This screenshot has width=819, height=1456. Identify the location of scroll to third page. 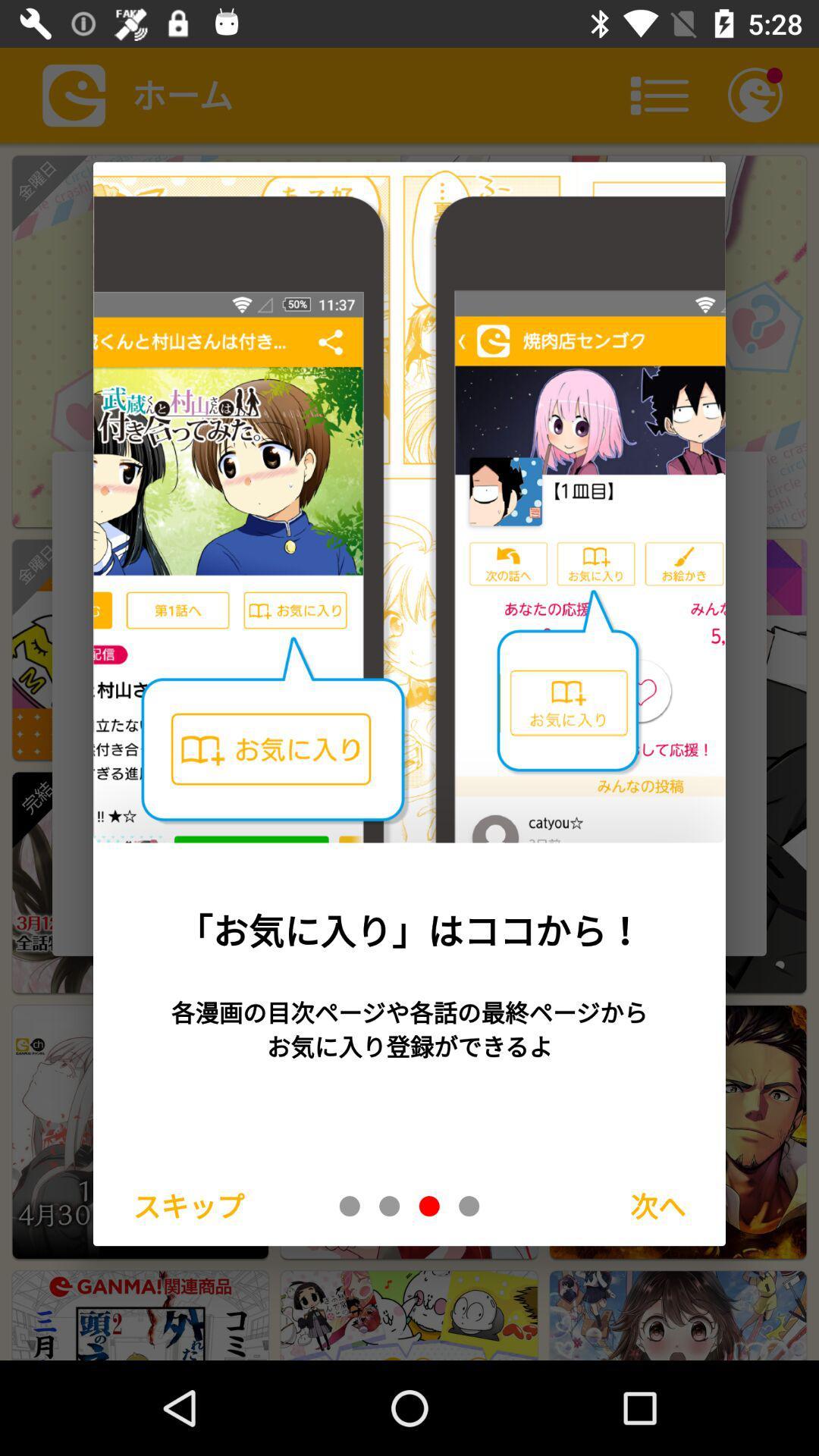
(429, 1205).